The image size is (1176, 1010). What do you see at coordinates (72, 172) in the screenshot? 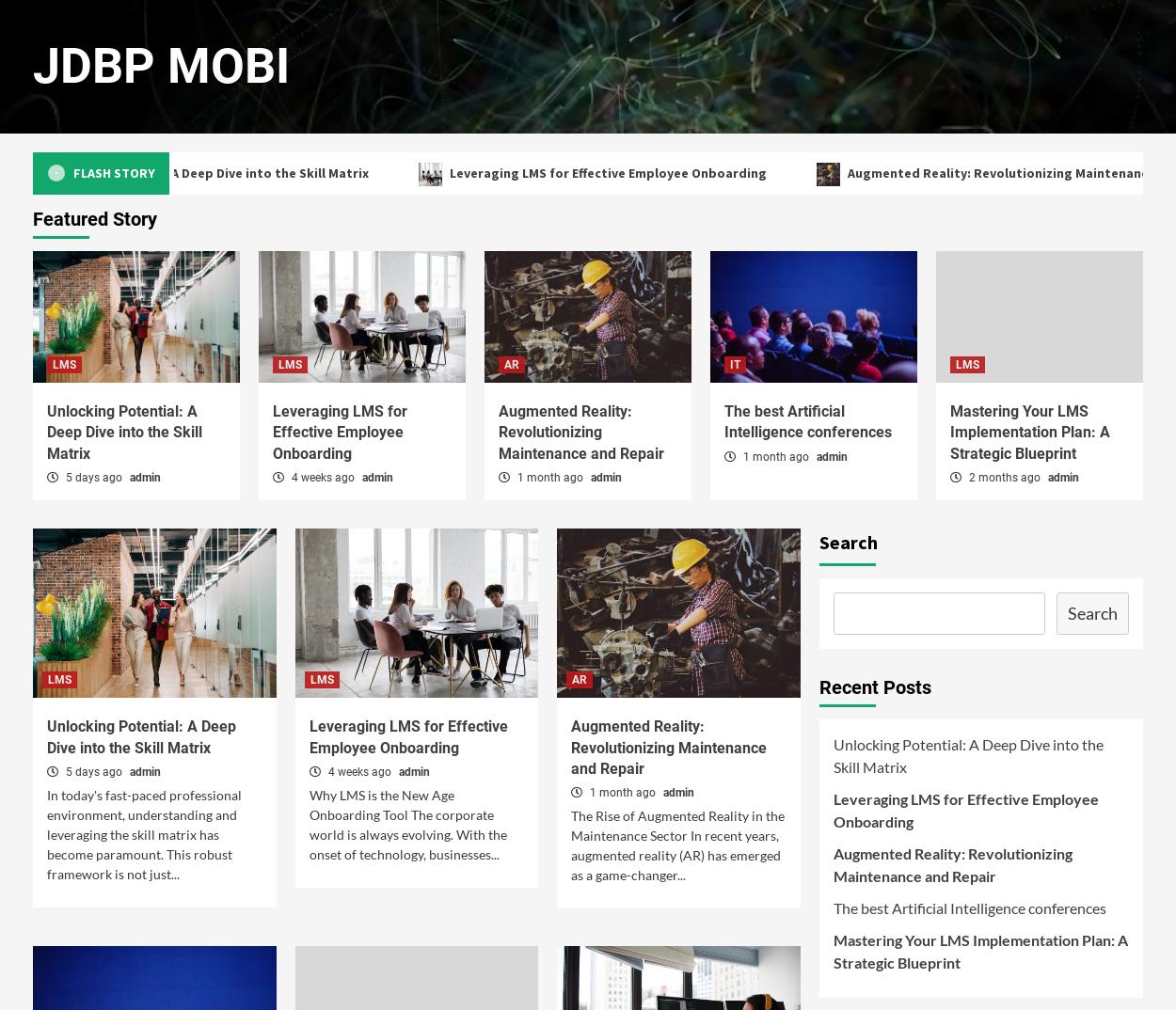
I see `'Flash Story'` at bounding box center [72, 172].